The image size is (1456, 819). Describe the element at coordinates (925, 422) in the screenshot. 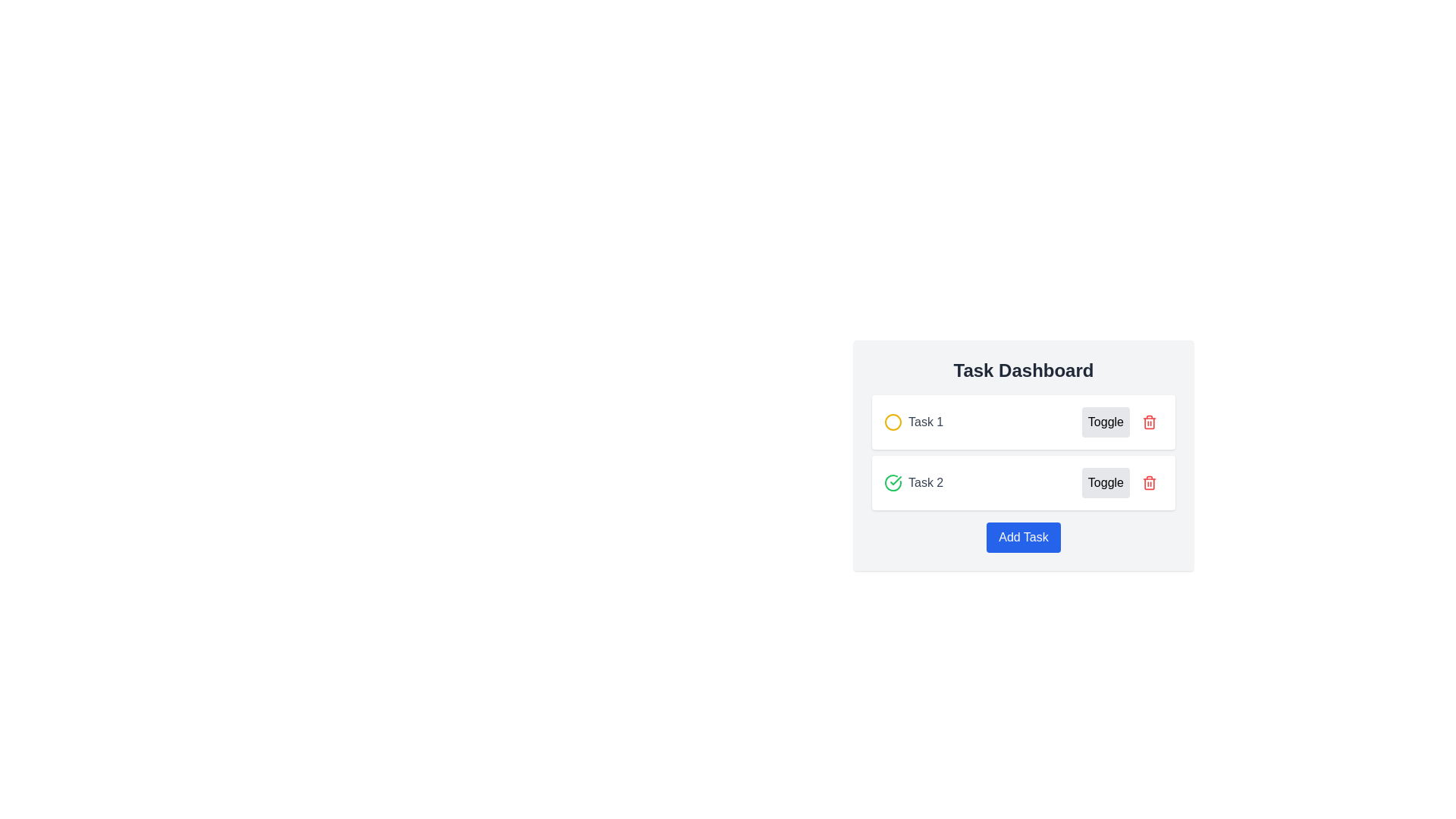

I see `text label for 'Task 1' which describes the corresponding item in the task list, positioned to the right of a yellow circular icon and aligned to the left of the 'Toggle' and delete buttons in the first row of the task list under 'Task Dashboard'` at that location.